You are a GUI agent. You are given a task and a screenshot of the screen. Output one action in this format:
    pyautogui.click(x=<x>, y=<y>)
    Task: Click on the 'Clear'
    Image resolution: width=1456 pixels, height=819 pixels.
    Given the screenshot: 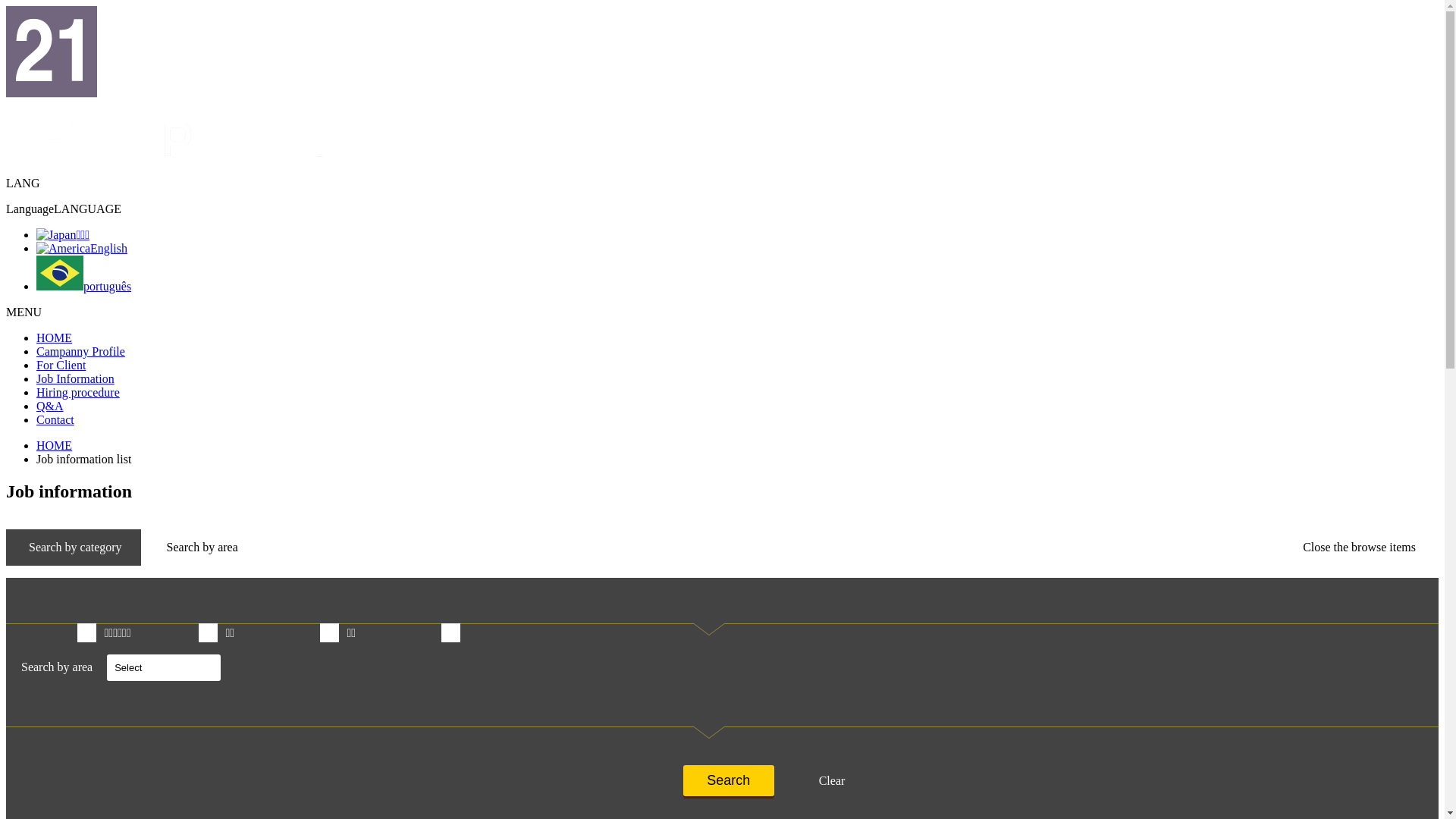 What is the action you would take?
    pyautogui.click(x=829, y=780)
    